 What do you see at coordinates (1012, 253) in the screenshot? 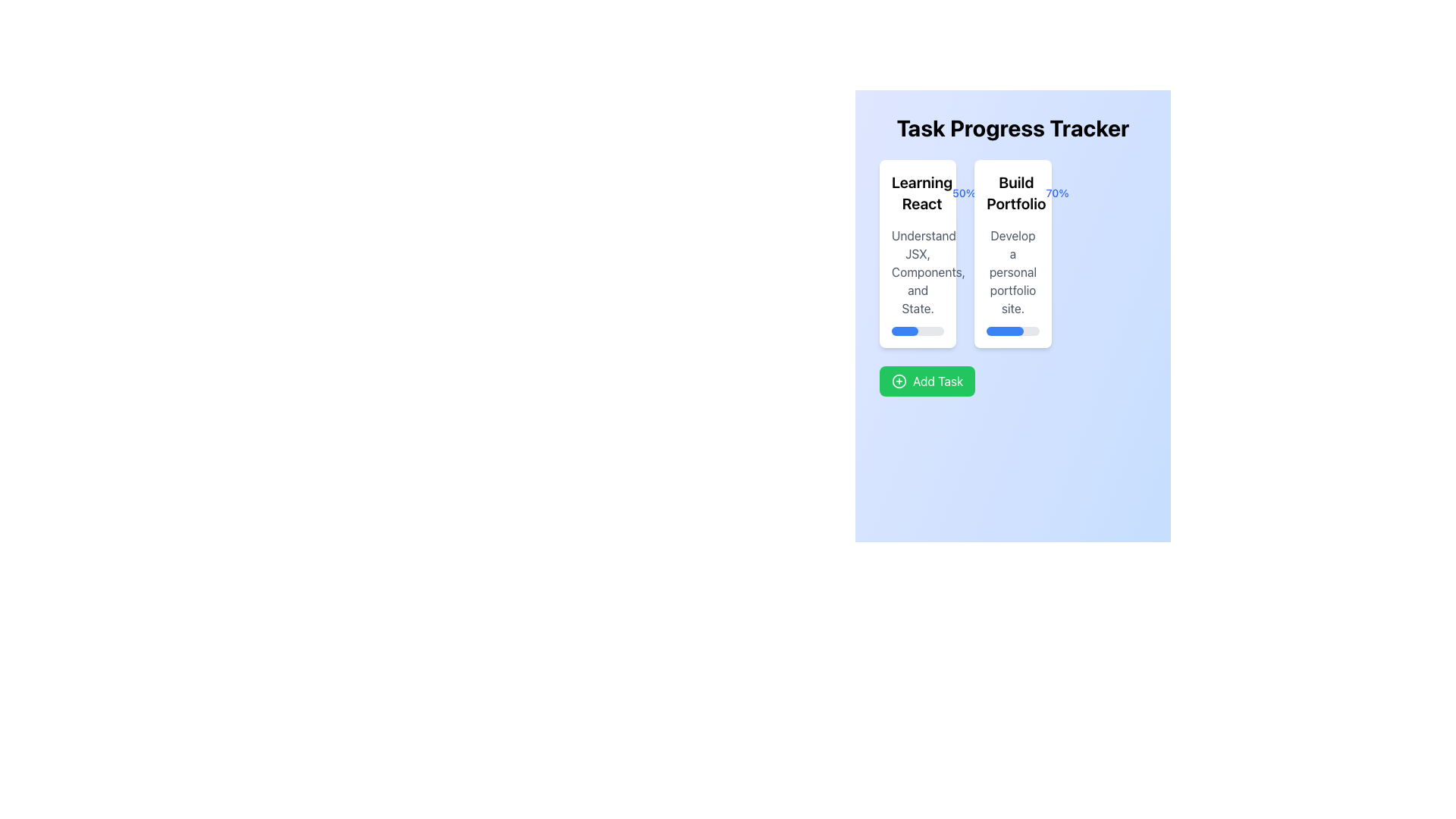
I see `text displayed on the Informational Card for the task 'Build Portfolio', which is the second card in the grid layout under the 'Task Progress Tracker' section` at bounding box center [1012, 253].